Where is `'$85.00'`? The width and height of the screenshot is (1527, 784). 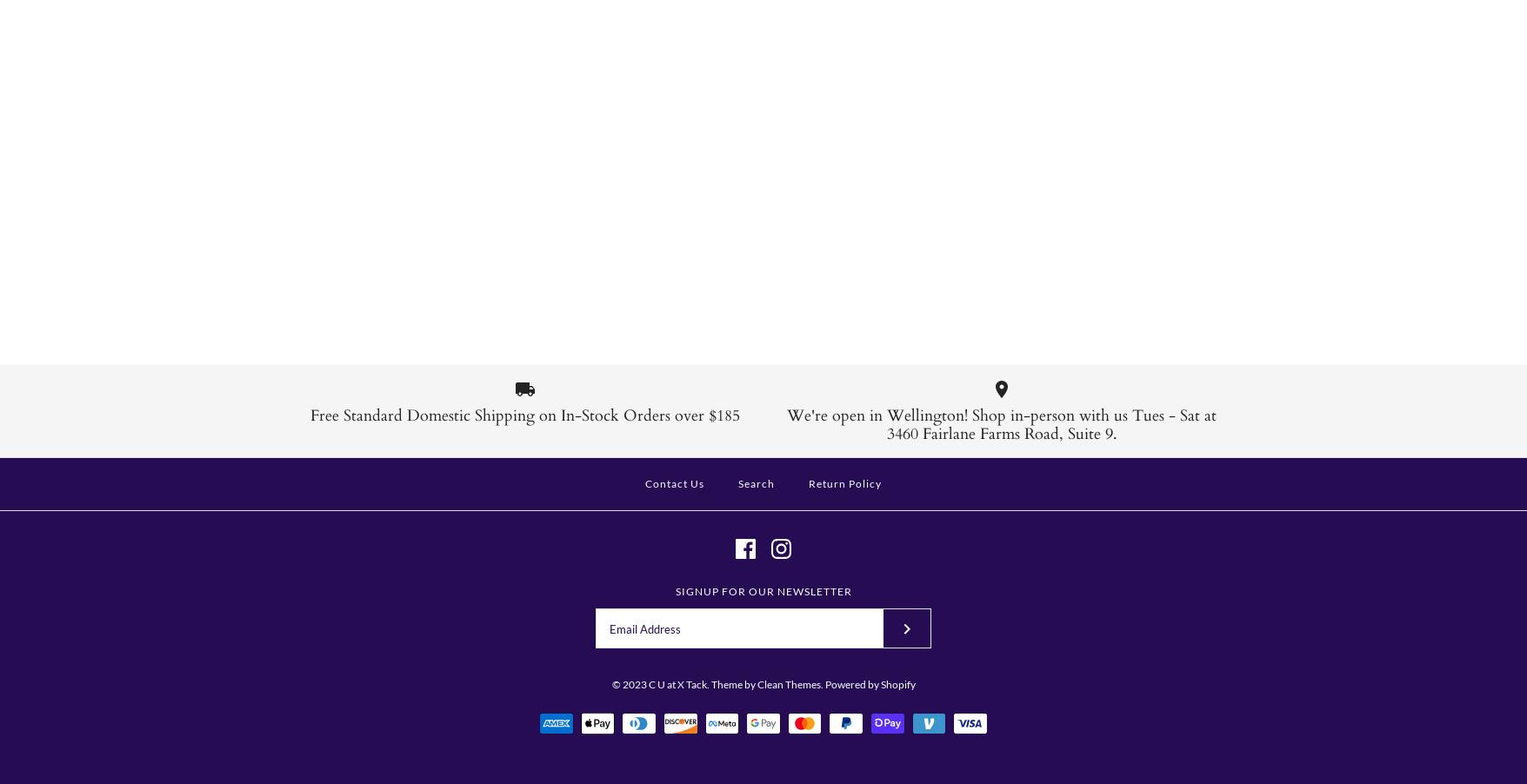
'$85.00' is located at coordinates (642, 273).